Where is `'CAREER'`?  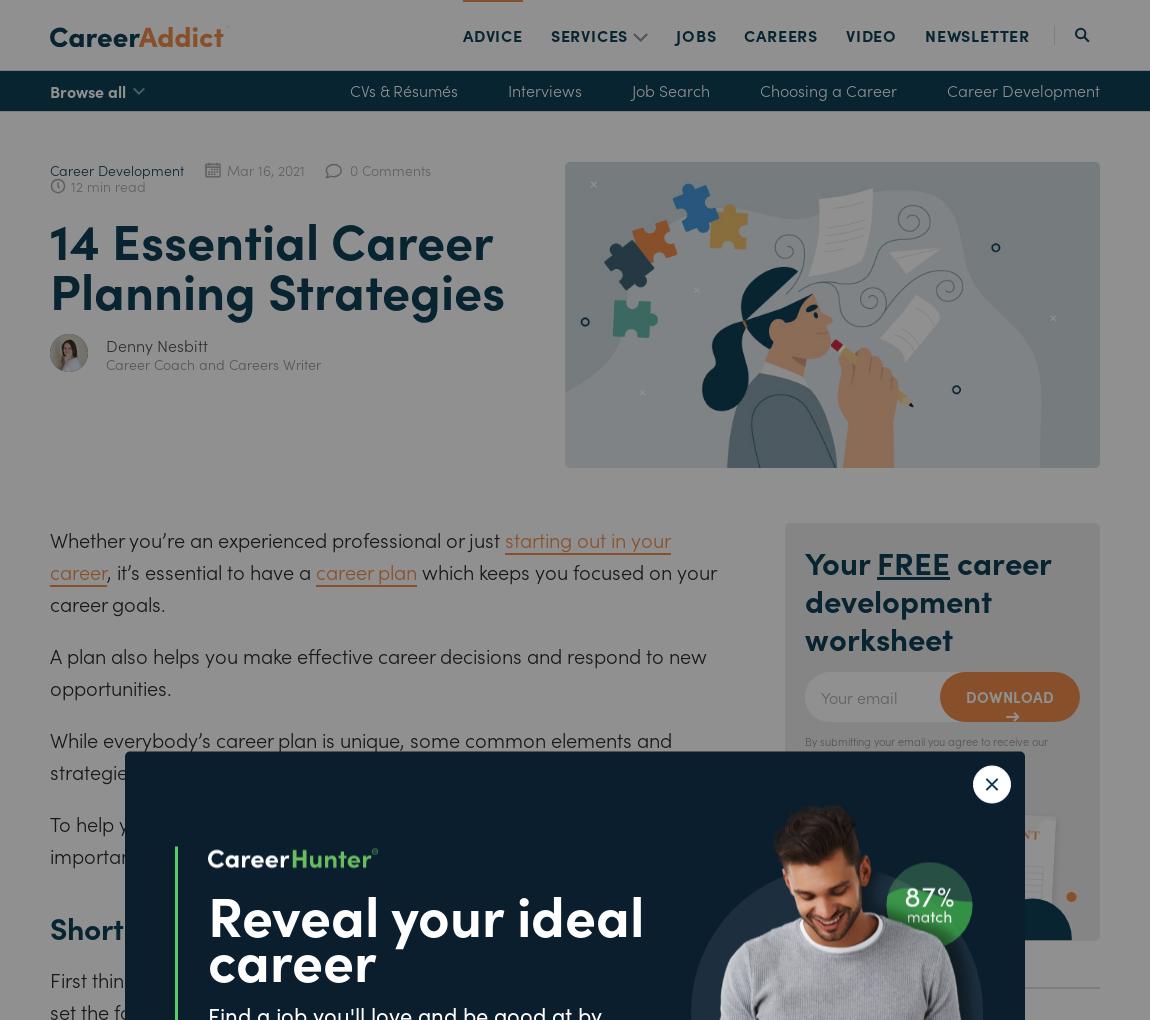
'CAREER' is located at coordinates (775, 33).